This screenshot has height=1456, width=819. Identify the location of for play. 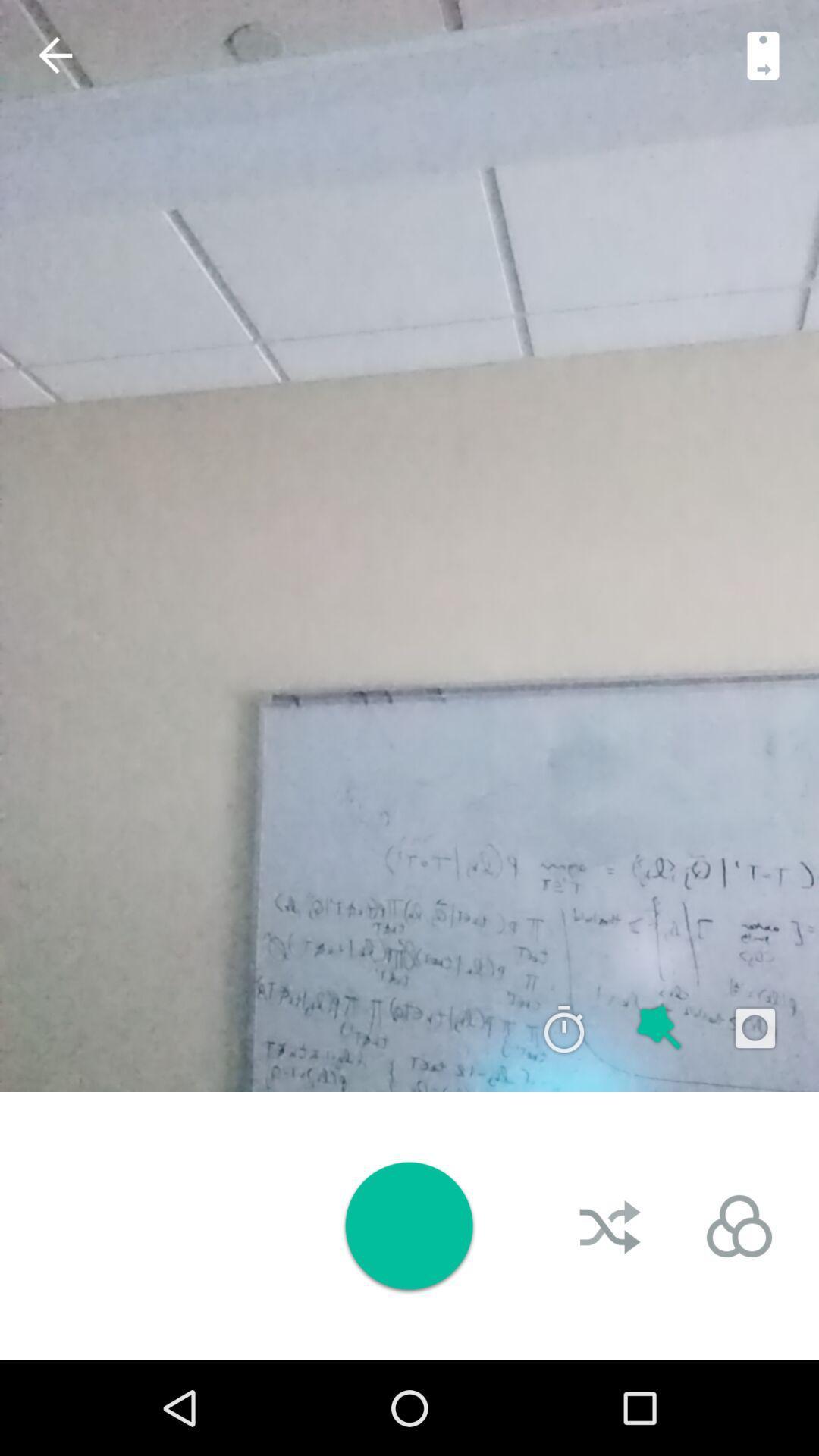
(408, 1225).